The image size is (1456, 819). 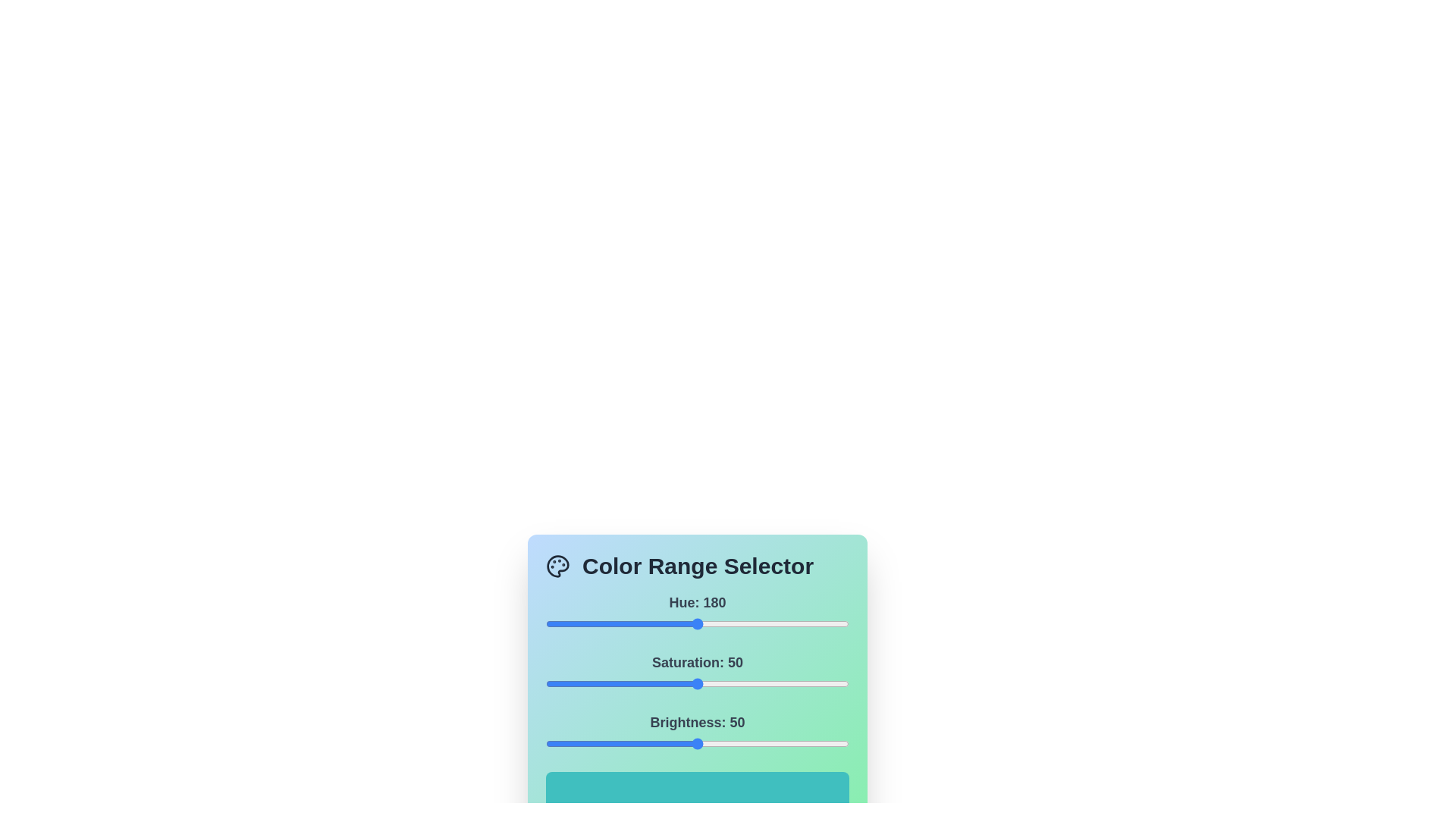 What do you see at coordinates (673, 684) in the screenshot?
I see `the 1 slider to 42` at bounding box center [673, 684].